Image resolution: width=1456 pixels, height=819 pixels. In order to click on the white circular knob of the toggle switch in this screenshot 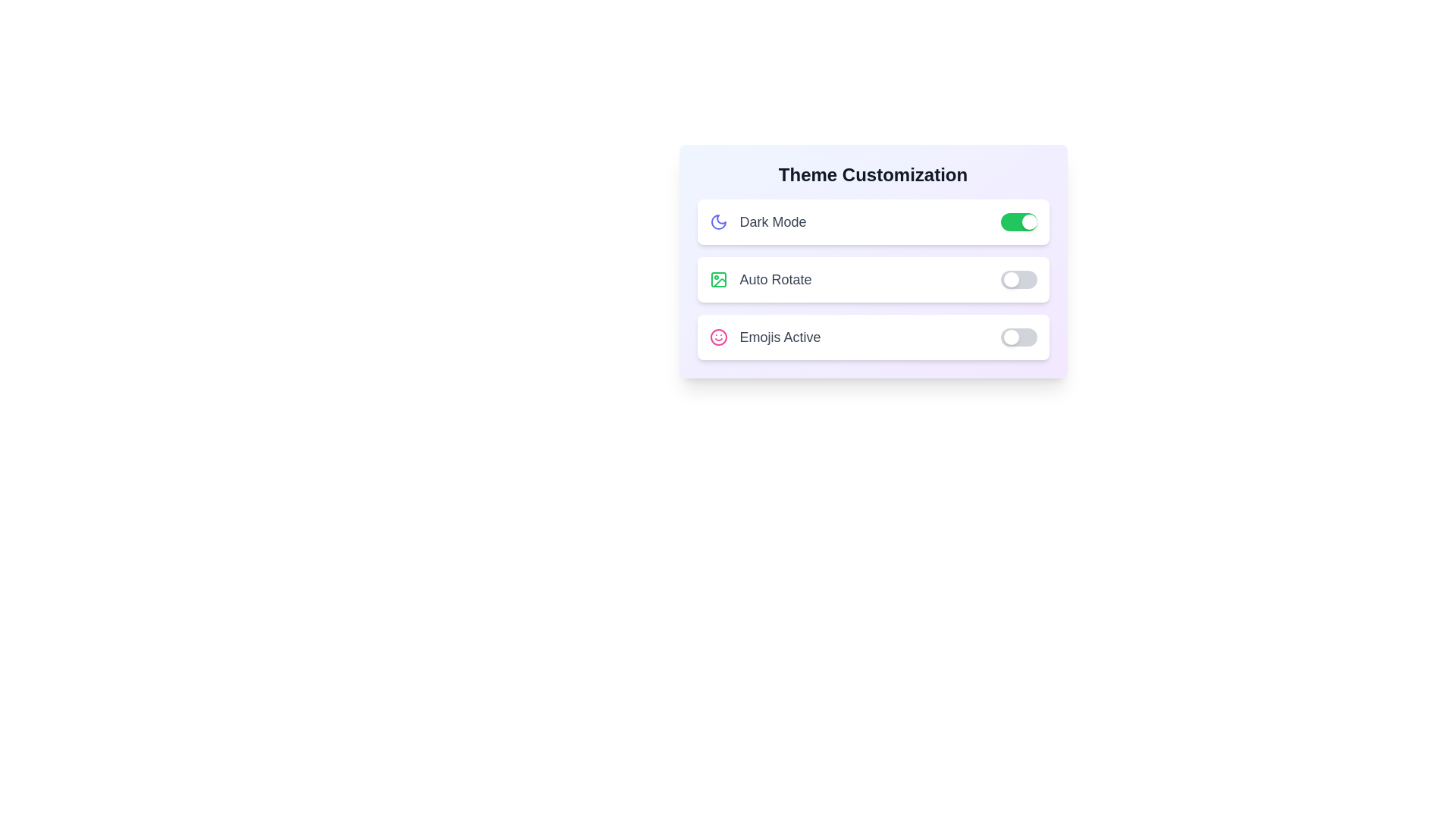, I will do `click(1018, 336)`.